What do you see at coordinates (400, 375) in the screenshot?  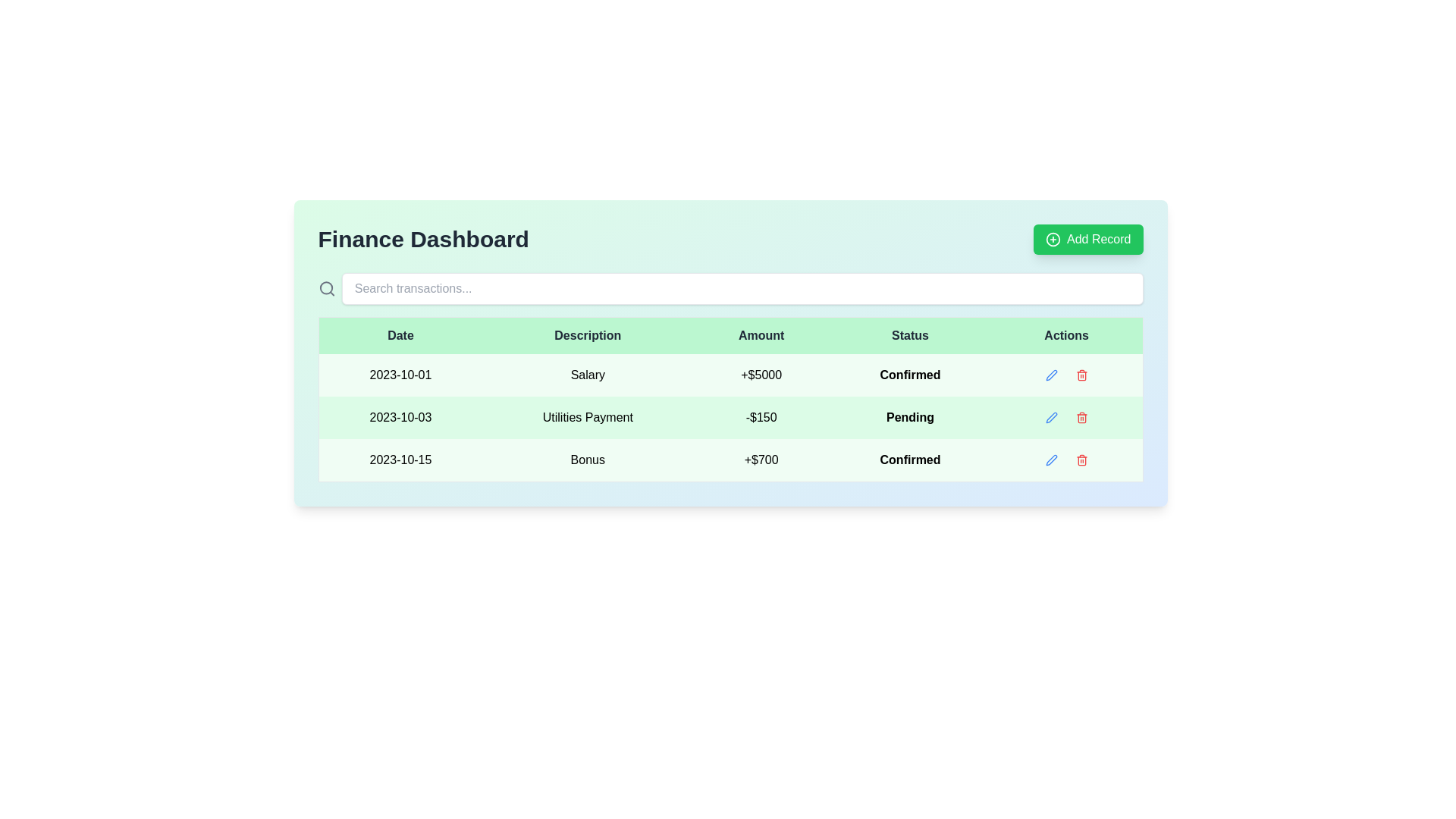 I see `the text label displaying the date '2023-10-01', which is centered in a pale green table row under the 'Date' column` at bounding box center [400, 375].